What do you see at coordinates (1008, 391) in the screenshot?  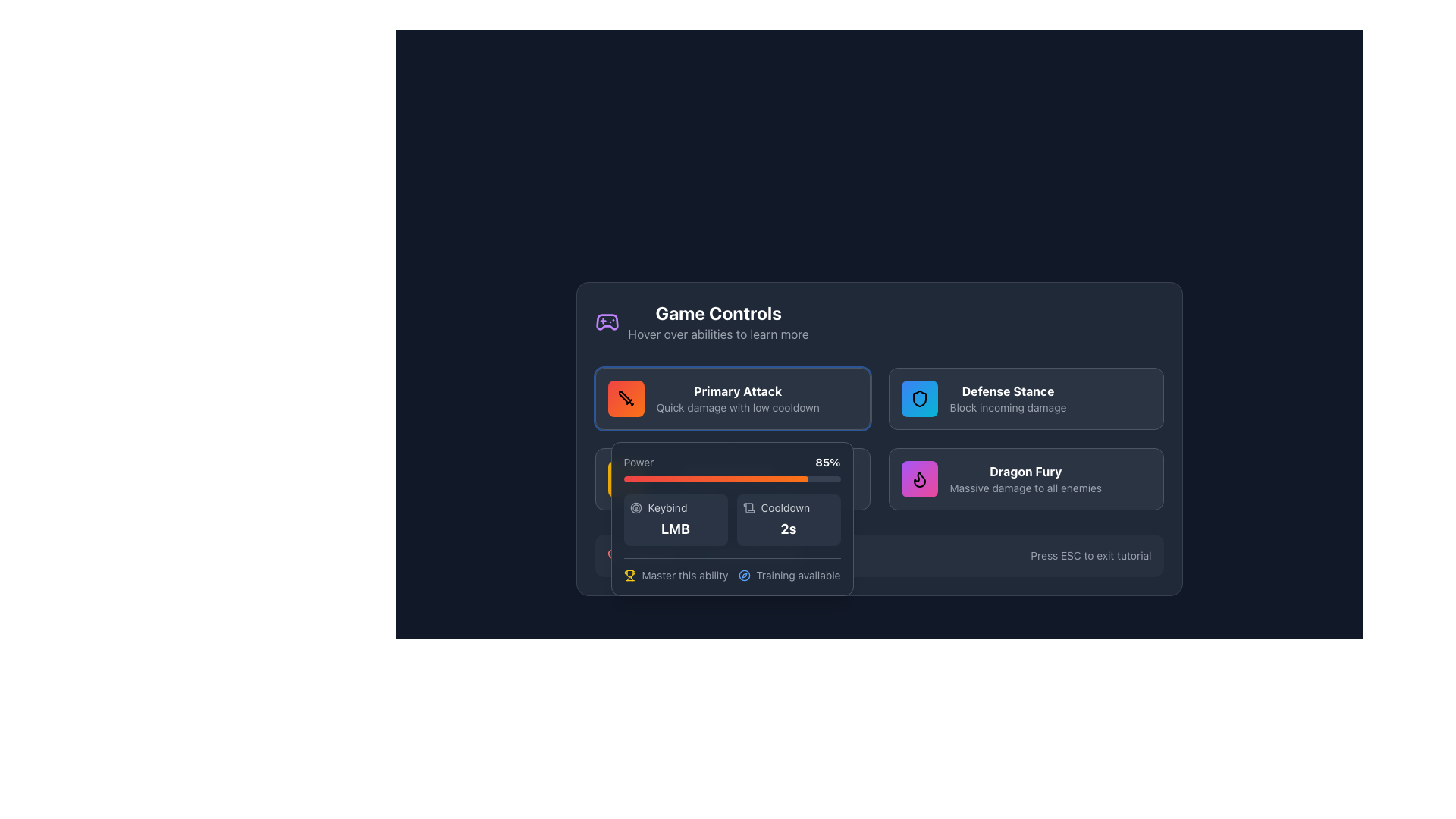 I see `the 'Defense Stance' title text label located in the upper-right area of the modal interface` at bounding box center [1008, 391].